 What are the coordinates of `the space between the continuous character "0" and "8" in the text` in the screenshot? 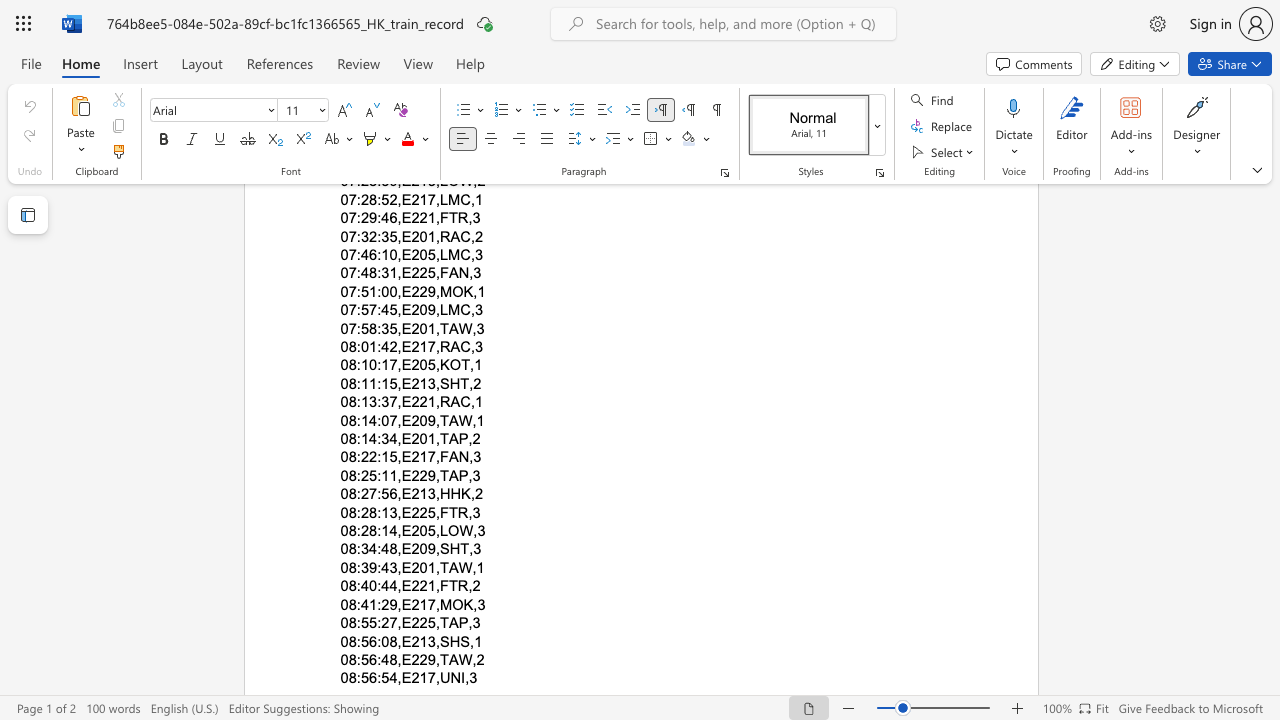 It's located at (348, 457).